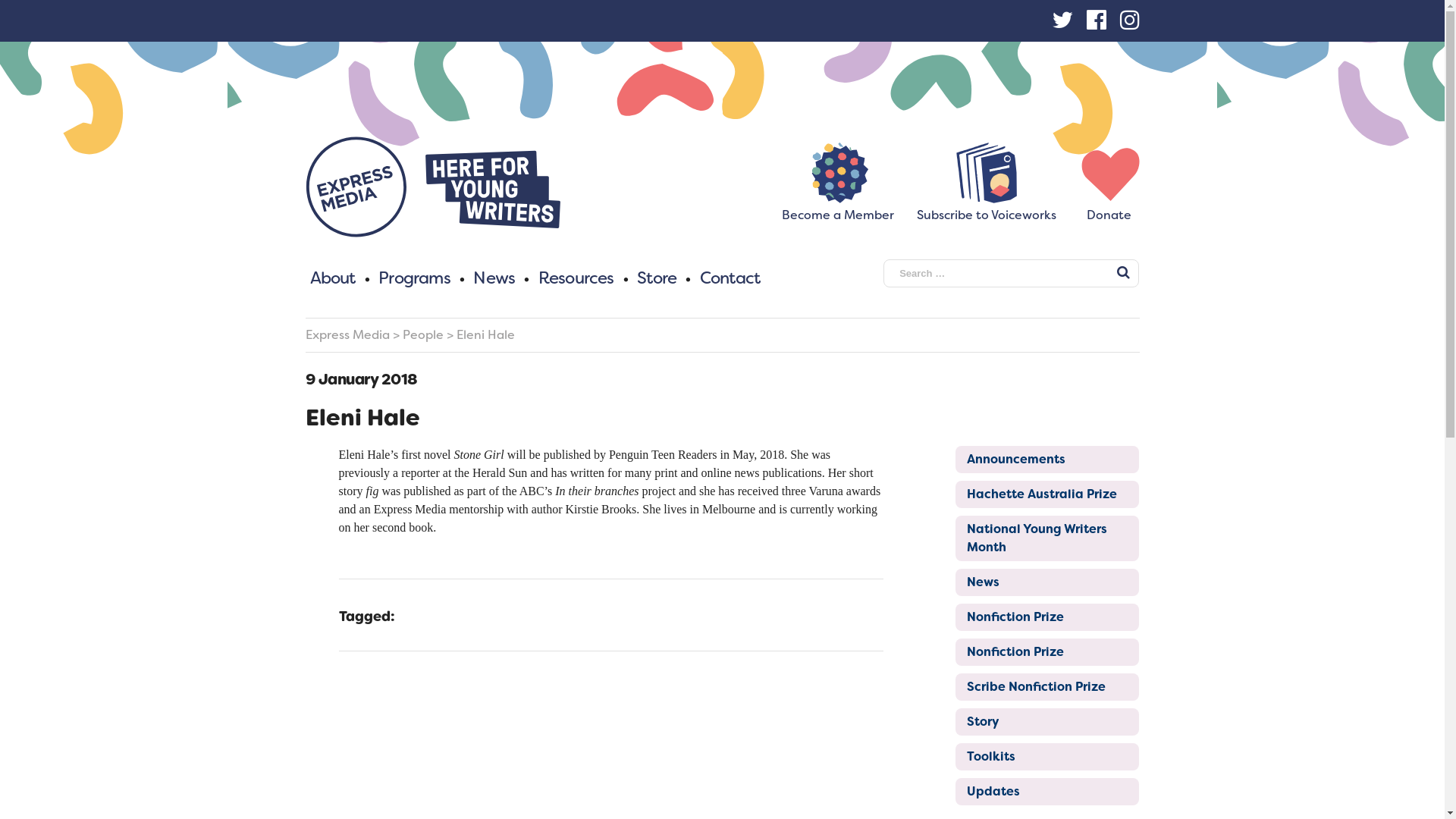 Image resolution: width=1456 pixels, height=819 pixels. Describe the element at coordinates (422, 334) in the screenshot. I see `'People'` at that location.